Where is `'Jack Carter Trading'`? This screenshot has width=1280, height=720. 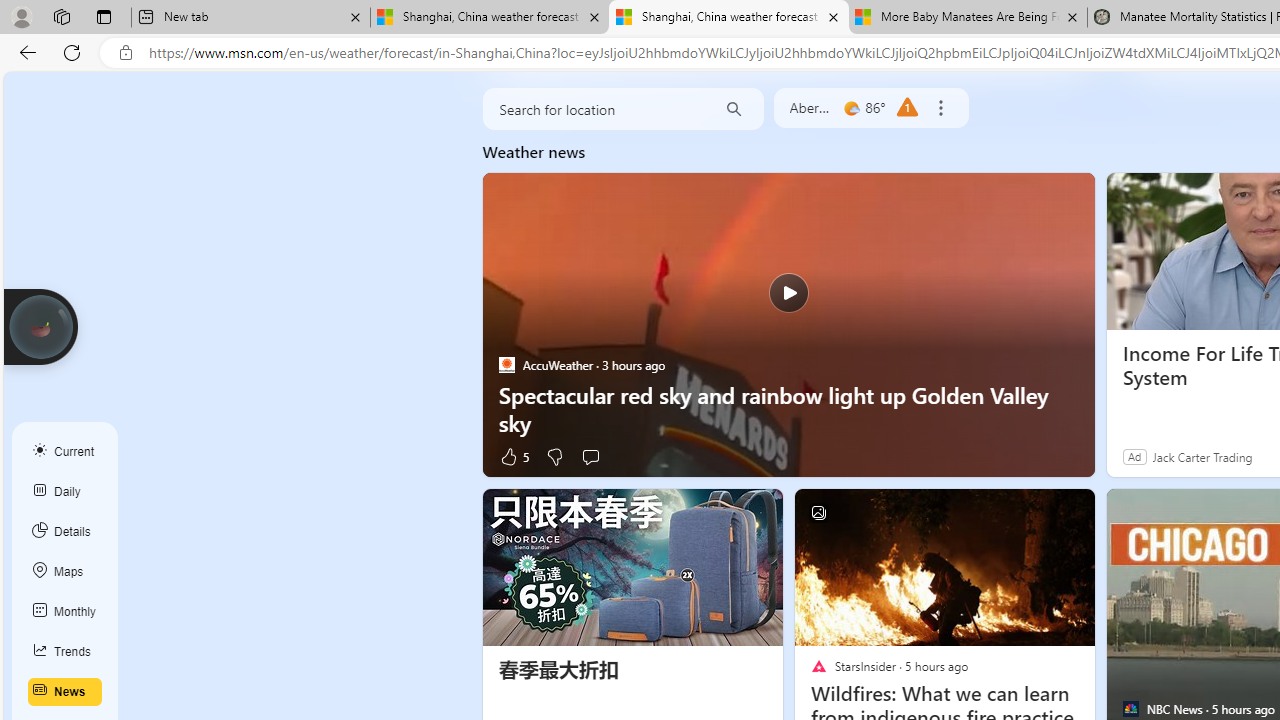 'Jack Carter Trading' is located at coordinates (1201, 456).